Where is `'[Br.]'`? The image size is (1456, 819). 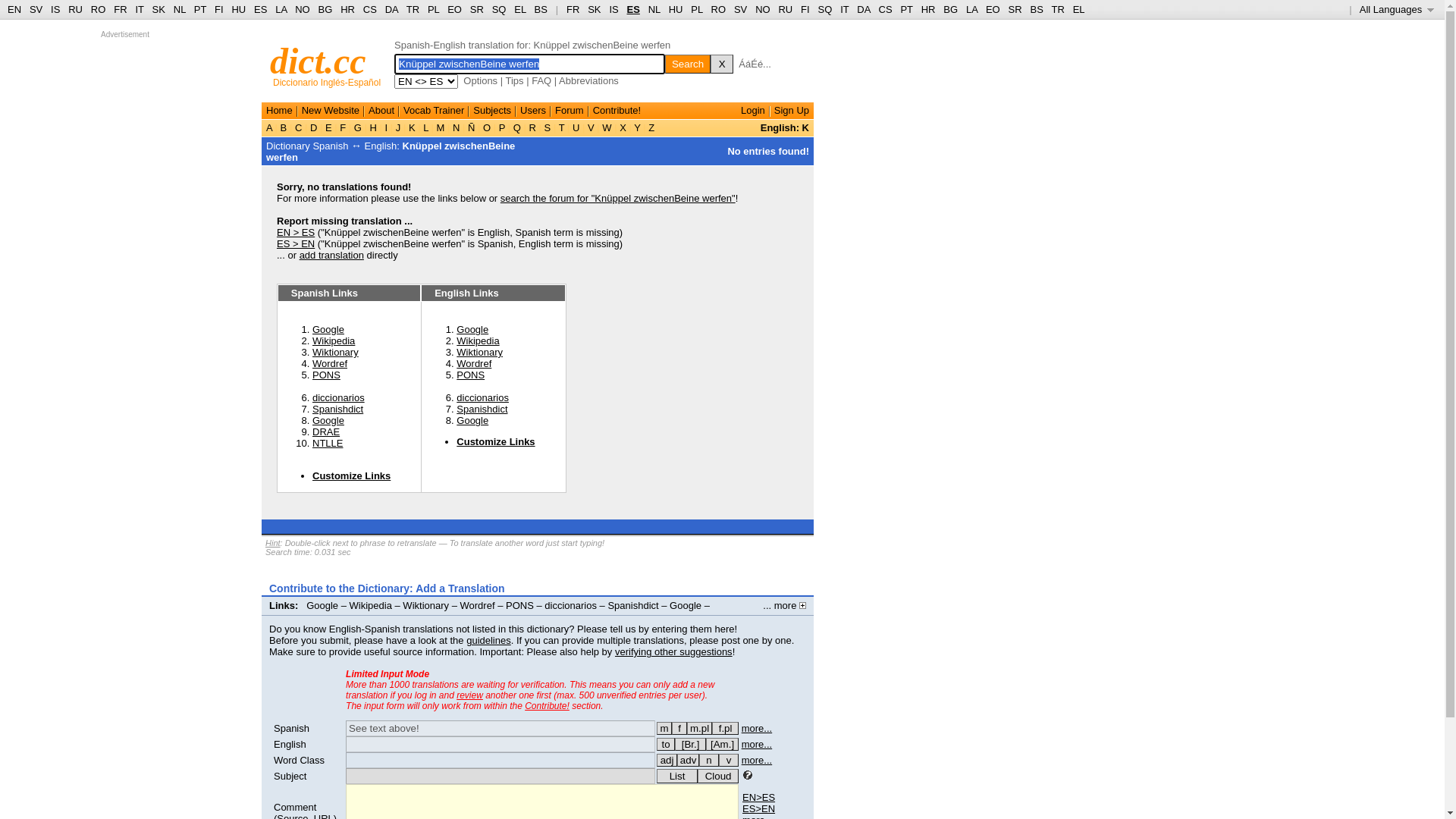 '[Br.]' is located at coordinates (689, 743).